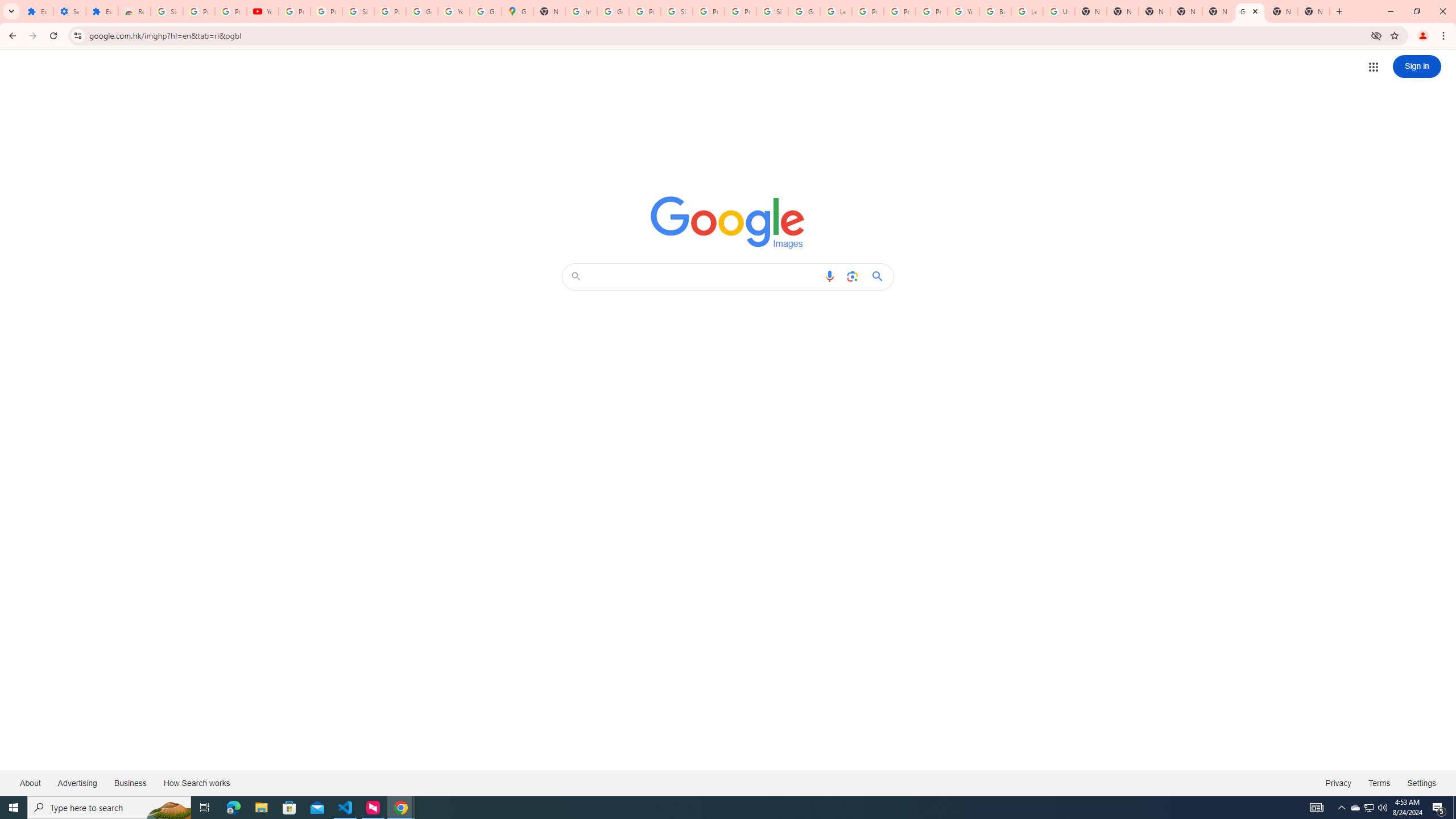 The width and height of the screenshot is (1456, 819). Describe the element at coordinates (77, 782) in the screenshot. I see `'Advertising'` at that location.